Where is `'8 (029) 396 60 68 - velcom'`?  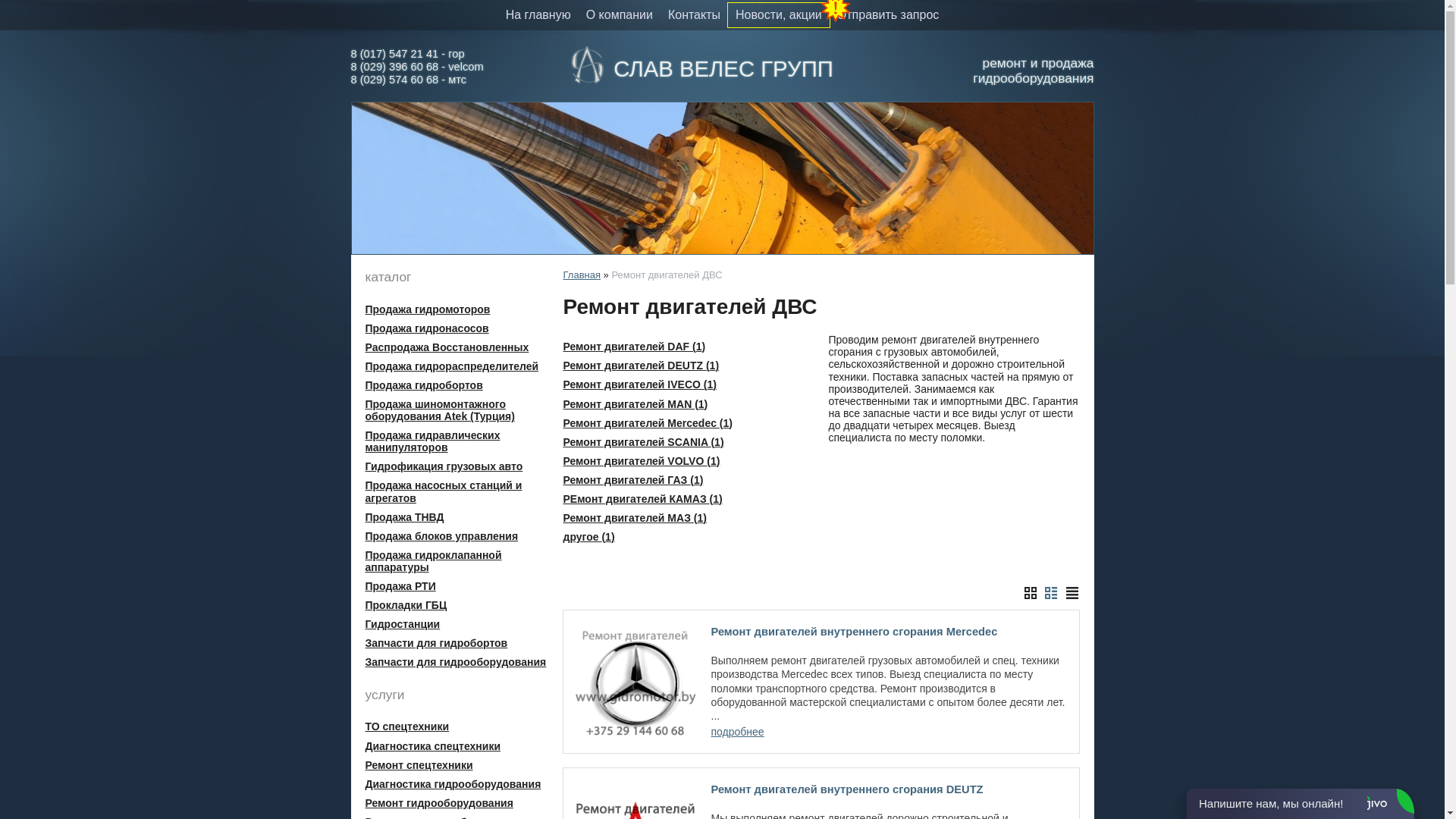 '8 (029) 396 60 68 - velcom' is located at coordinates (416, 66).